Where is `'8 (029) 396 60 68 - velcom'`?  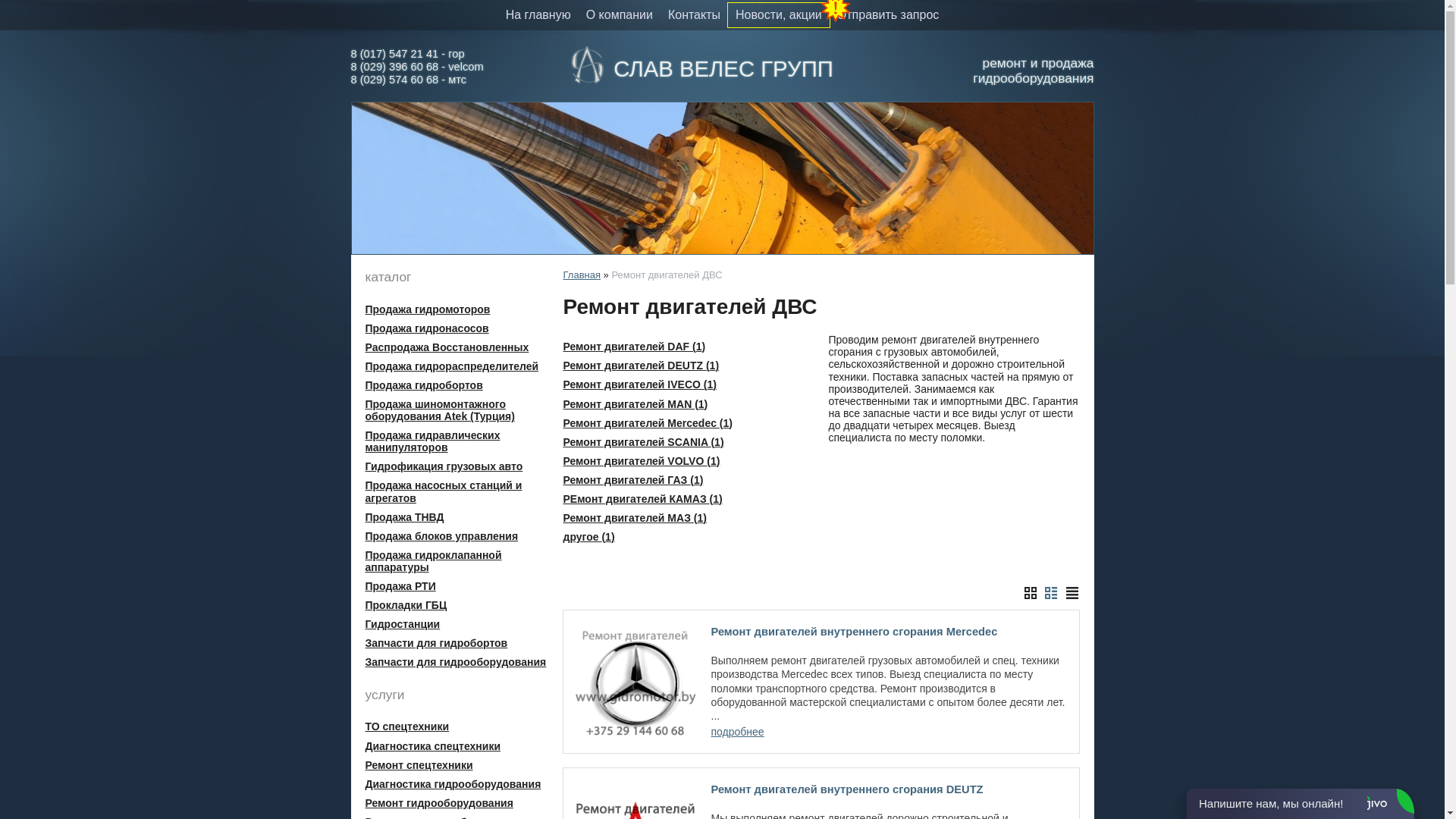 '8 (029) 396 60 68 - velcom' is located at coordinates (416, 66).